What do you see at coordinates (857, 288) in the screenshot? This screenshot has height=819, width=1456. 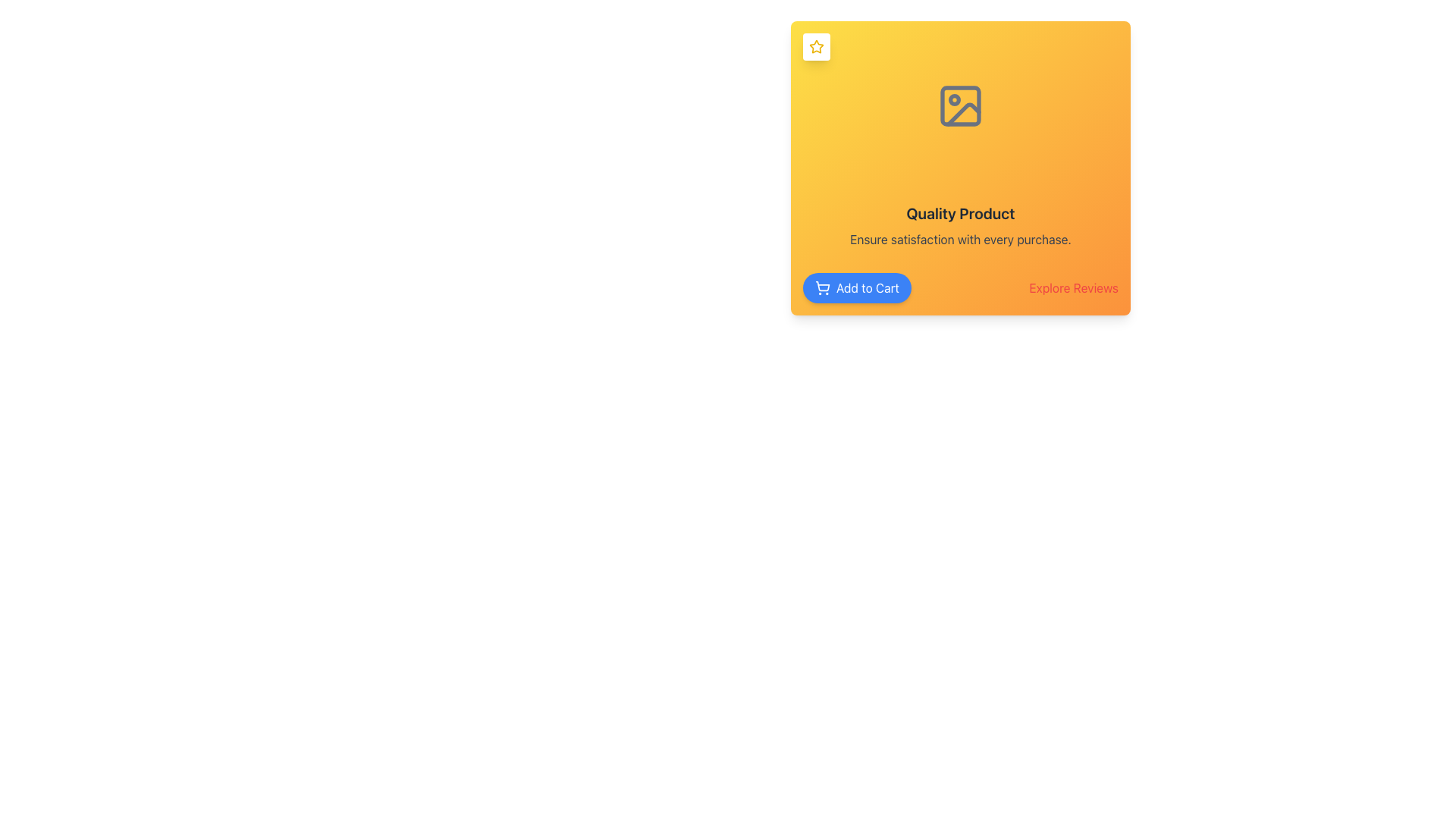 I see `the 'Add to Cart' button` at bounding box center [857, 288].